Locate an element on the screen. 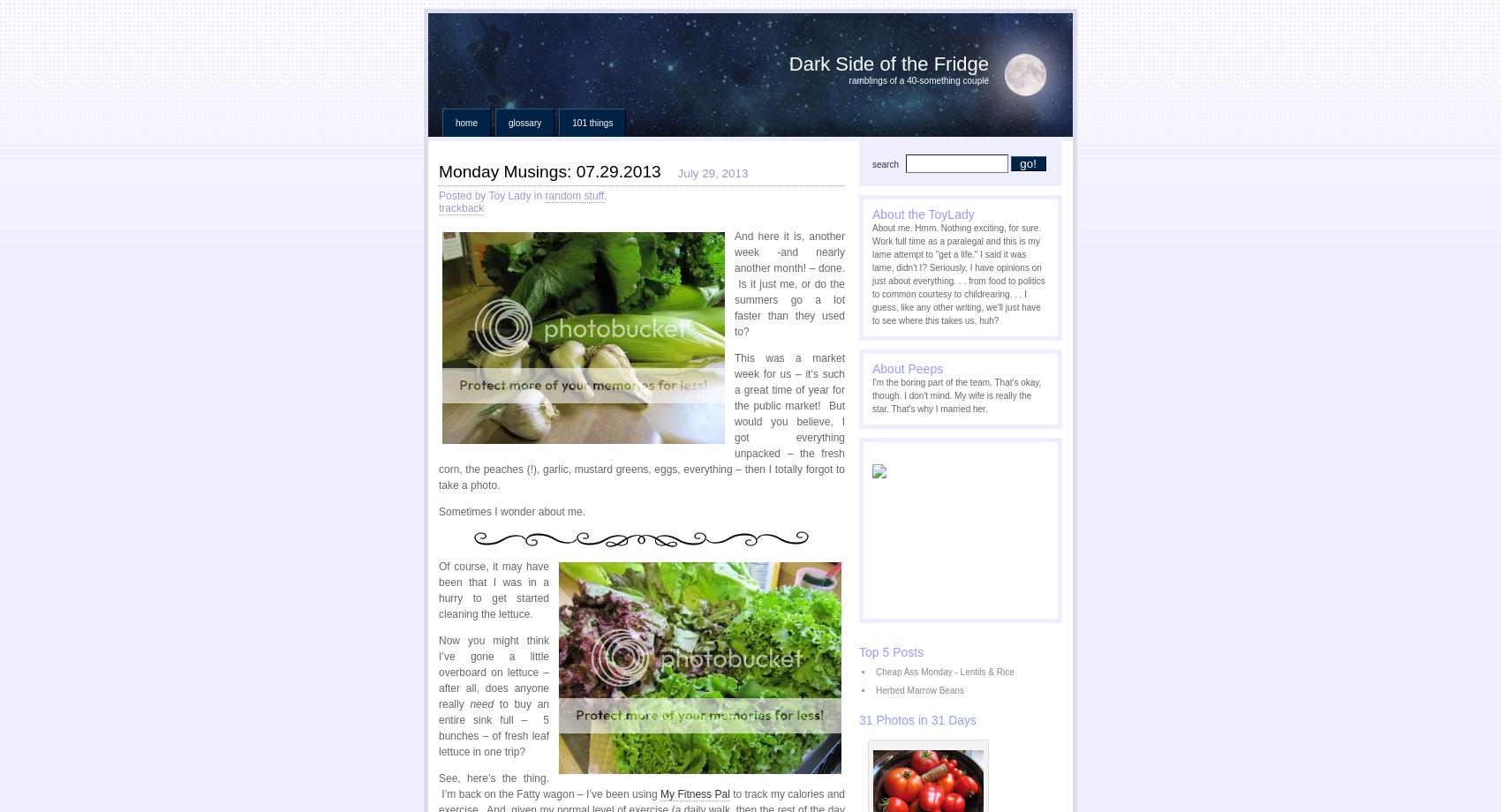  'trackback' is located at coordinates (461, 207).